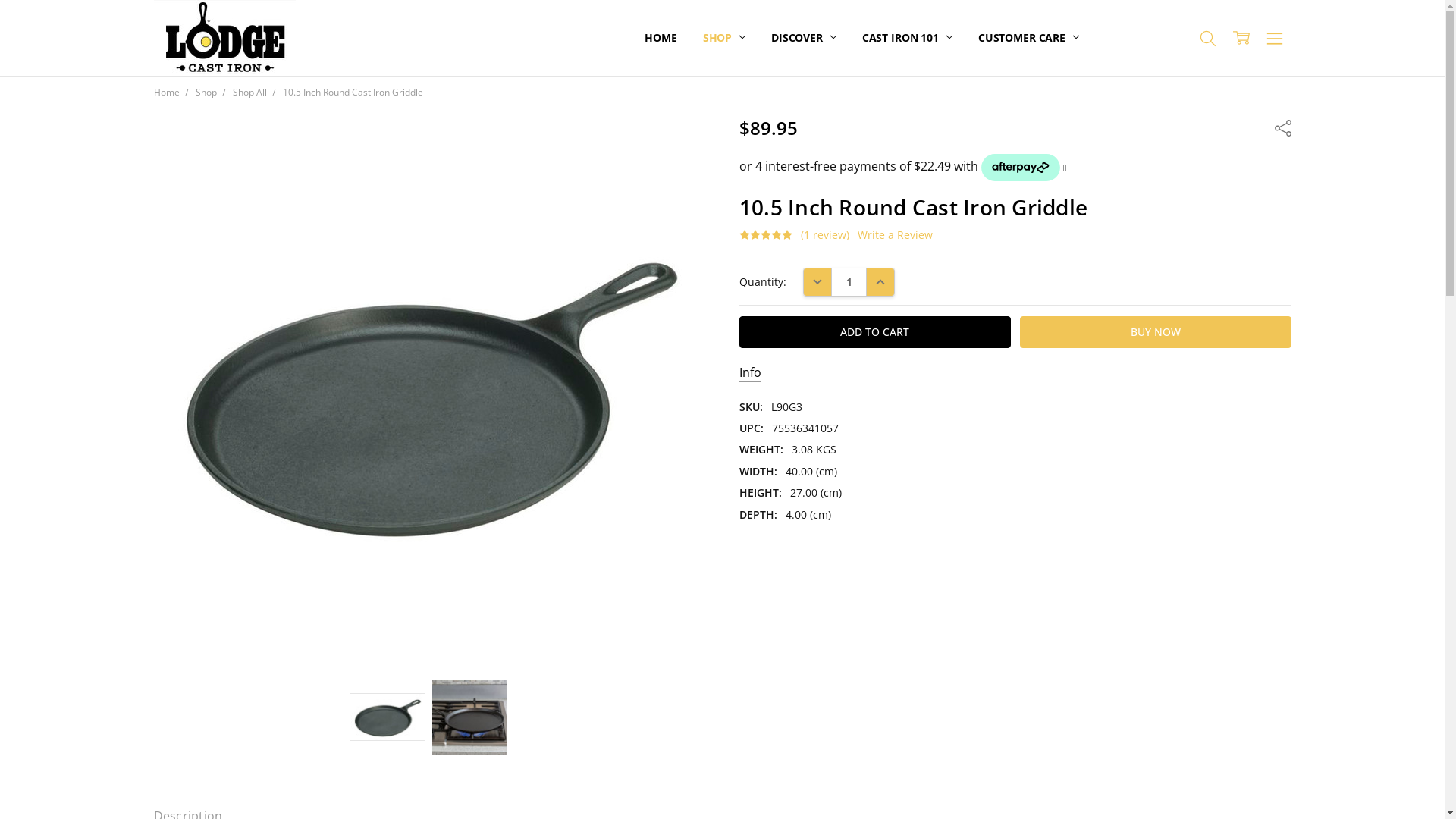 This screenshot has width=1456, height=819. I want to click on 'Home', so click(166, 92).